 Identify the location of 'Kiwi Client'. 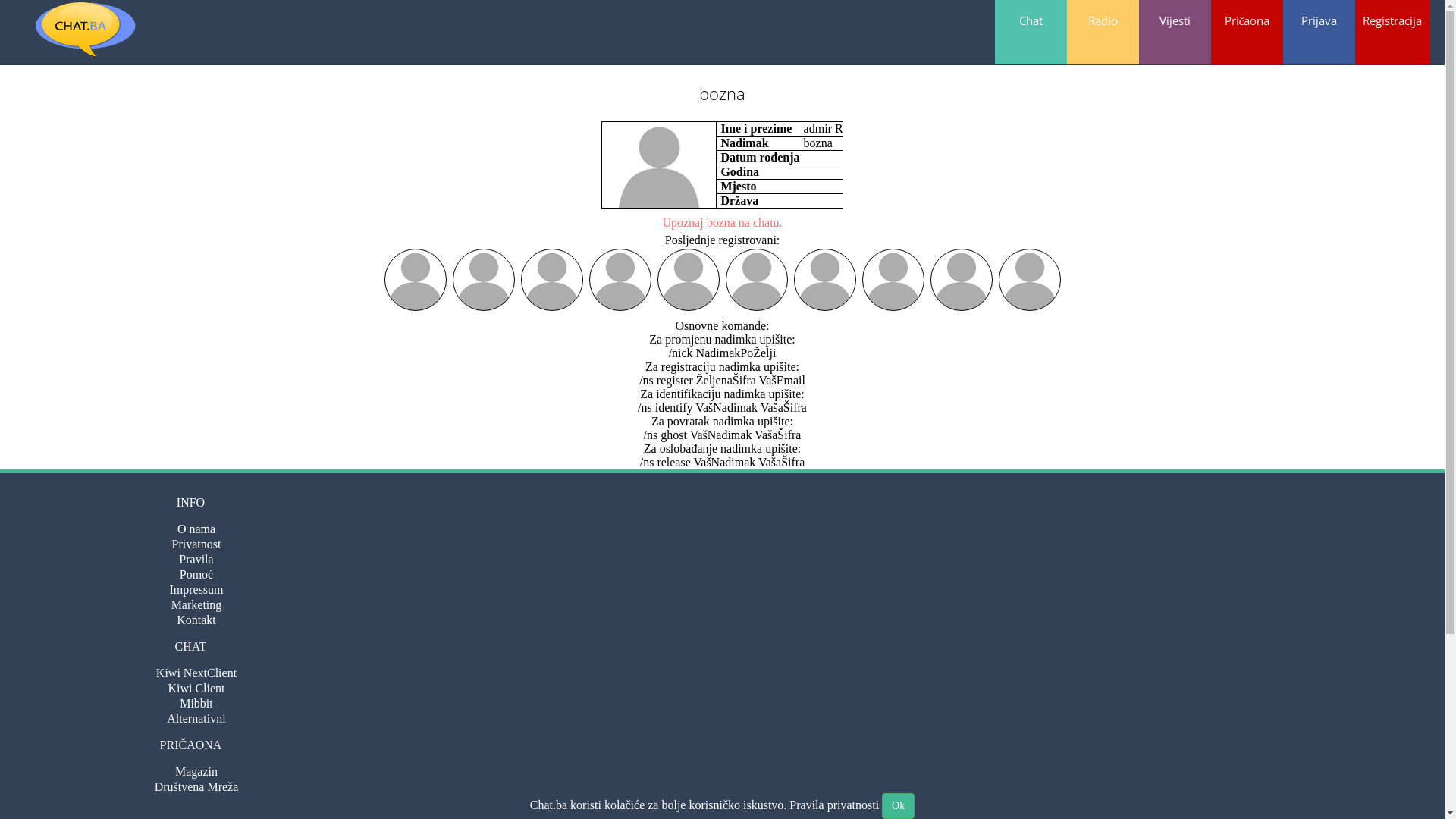
(195, 688).